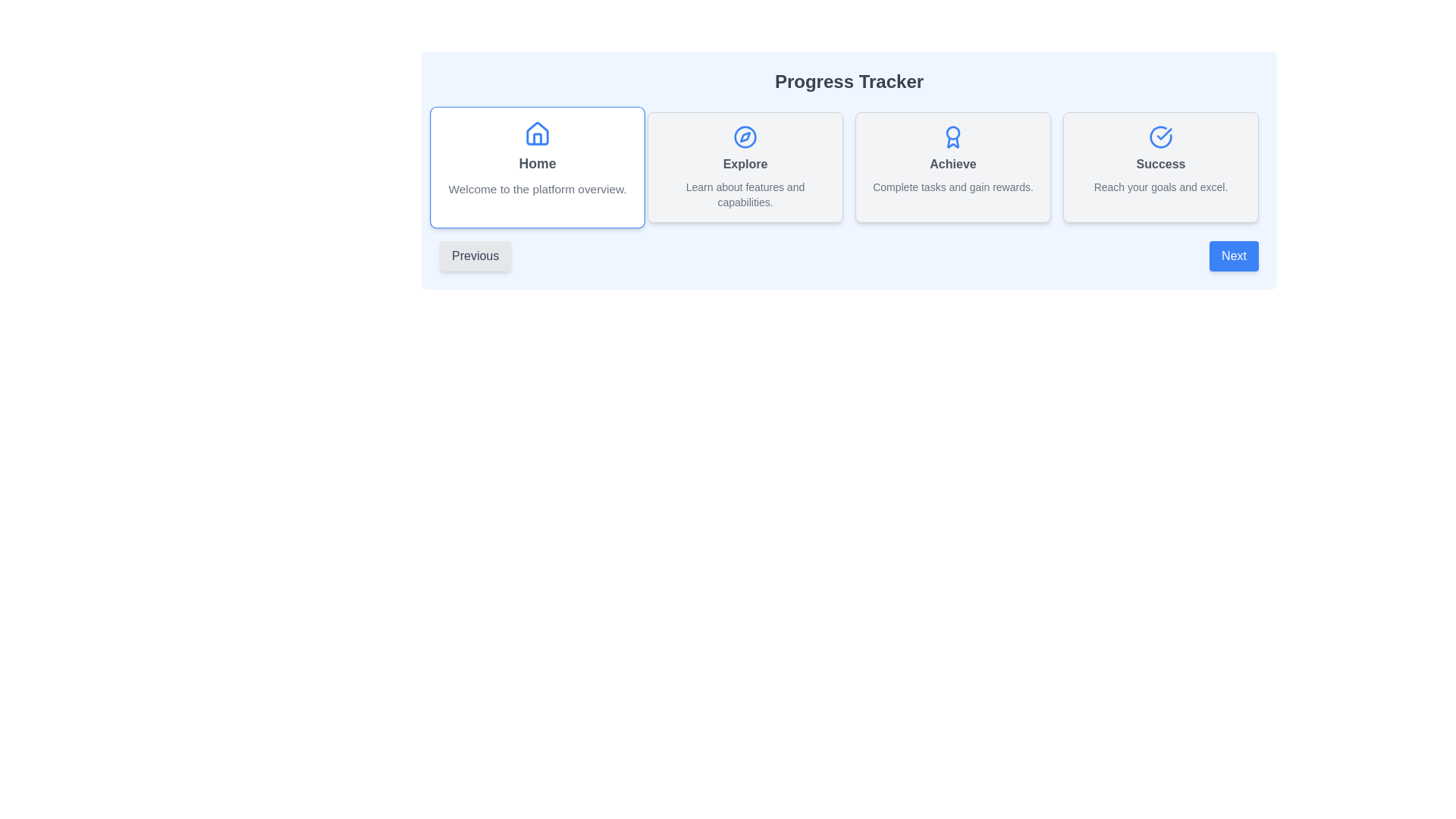 This screenshot has width=1456, height=819. I want to click on text label displaying 'Welcome to the platform overview.' which is styled in gray and located below the bolded text 'Home', so click(538, 188).